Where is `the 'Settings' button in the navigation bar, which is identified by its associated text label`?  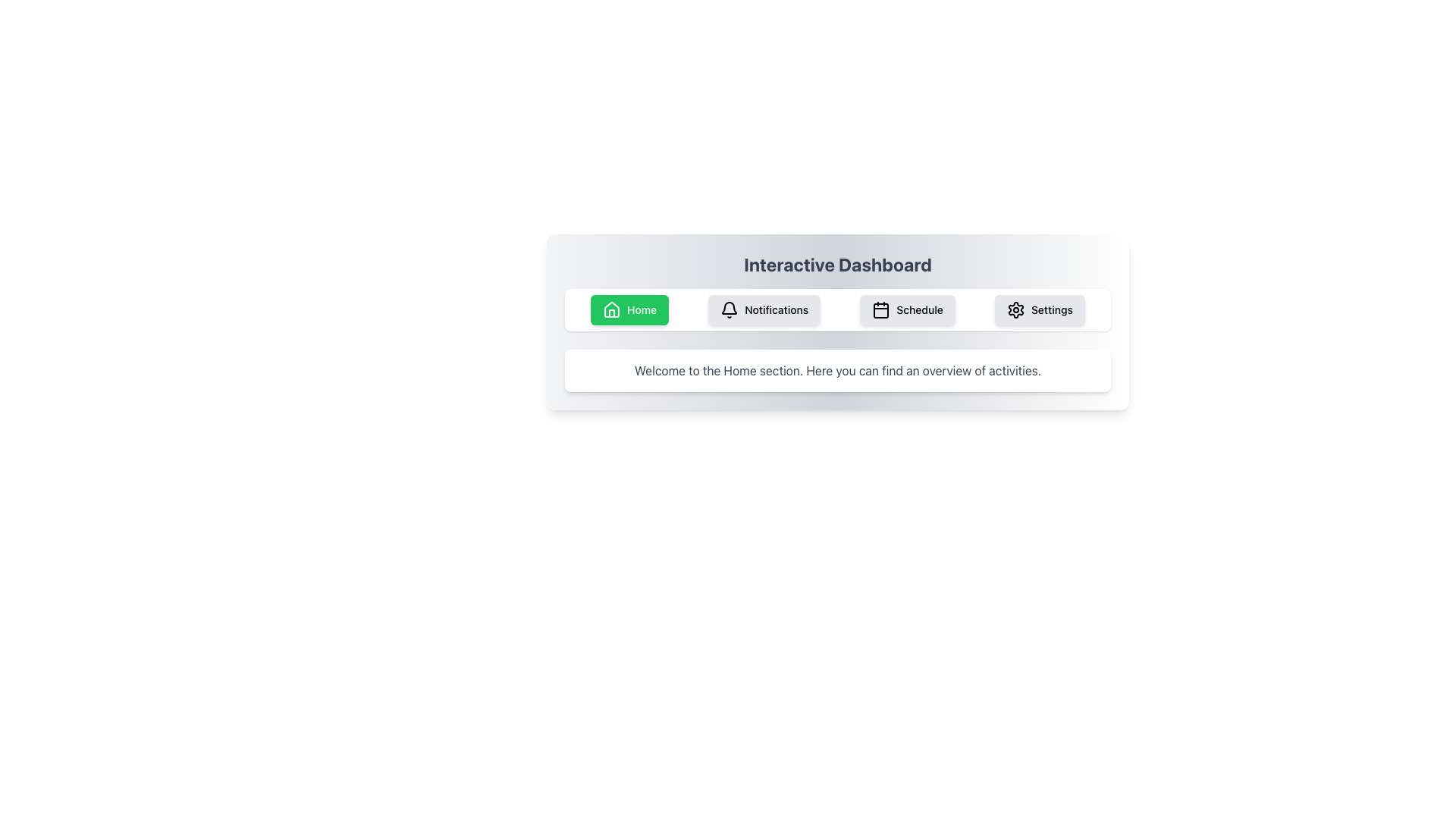
the 'Settings' button in the navigation bar, which is identified by its associated text label is located at coordinates (1051, 309).